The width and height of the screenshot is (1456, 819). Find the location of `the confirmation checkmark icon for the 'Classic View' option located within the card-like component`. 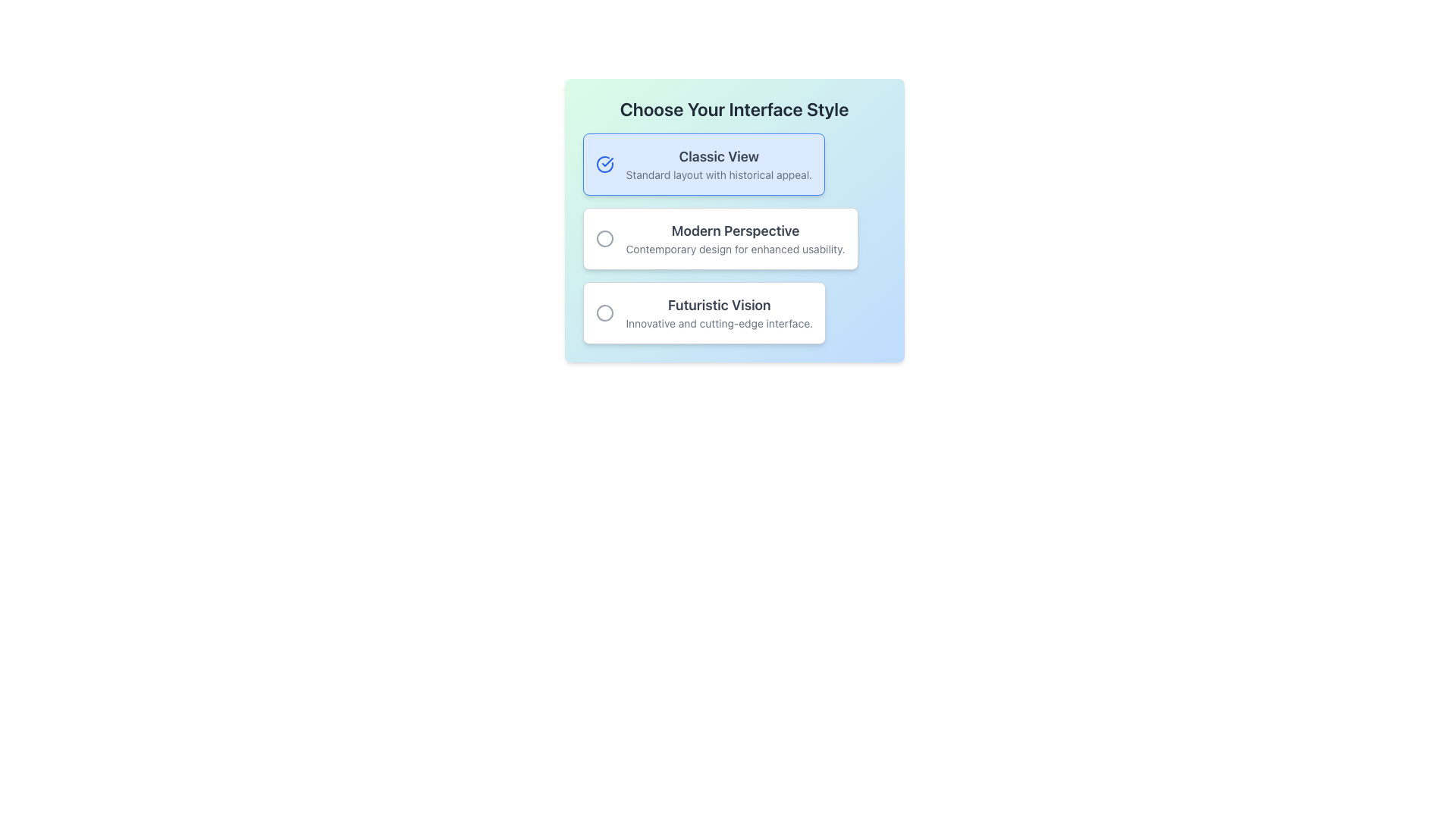

the confirmation checkmark icon for the 'Classic View' option located within the card-like component is located at coordinates (604, 164).